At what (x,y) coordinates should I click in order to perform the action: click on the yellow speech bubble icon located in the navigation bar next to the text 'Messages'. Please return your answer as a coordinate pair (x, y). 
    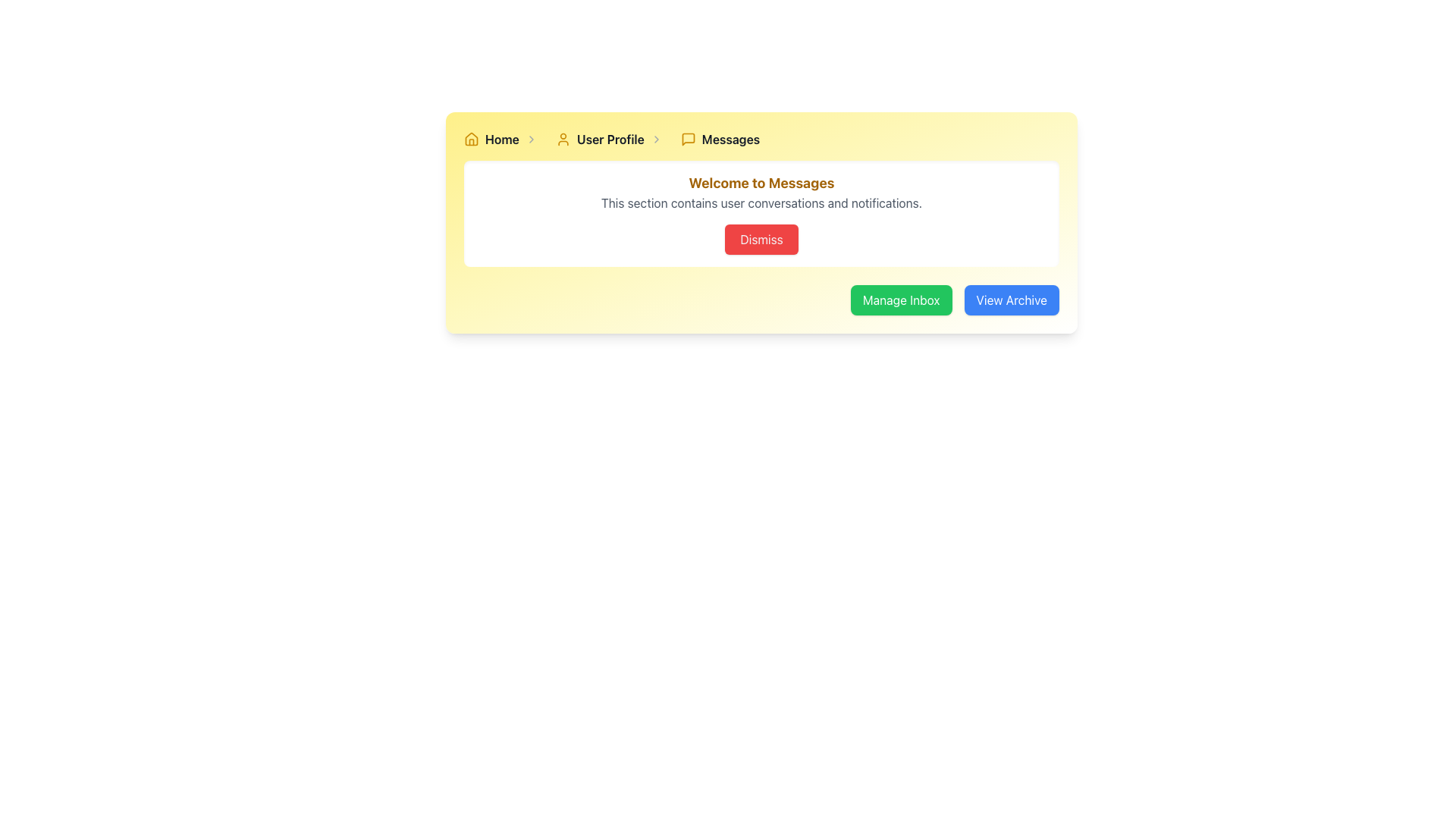
    Looking at the image, I should click on (687, 140).